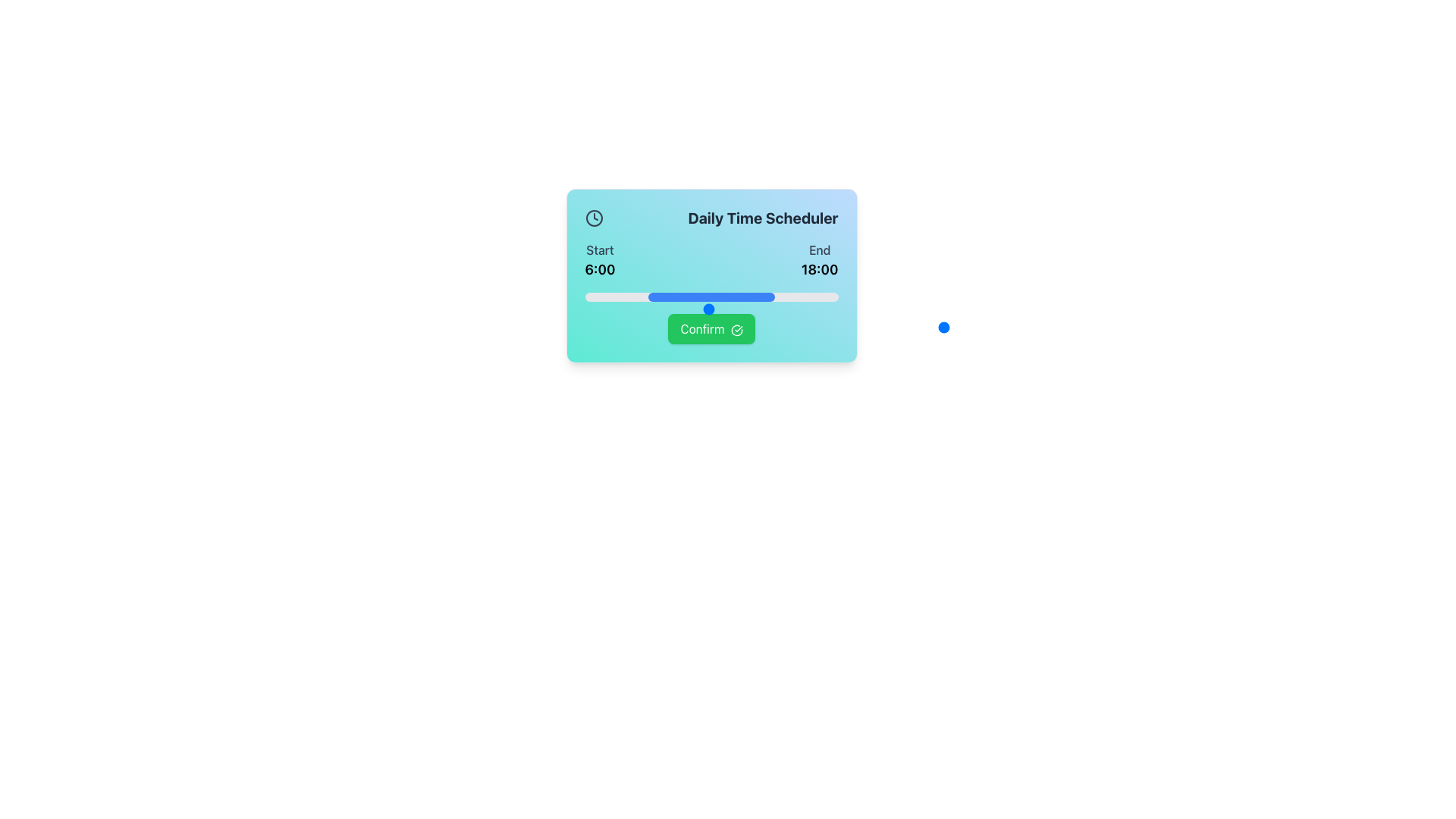 The width and height of the screenshot is (1456, 819). Describe the element at coordinates (763, 218) in the screenshot. I see `the 'Daily Time Scheduler' label which is a bold, large-sized text in dark gray, located at the top-right section of a light blue box` at that location.